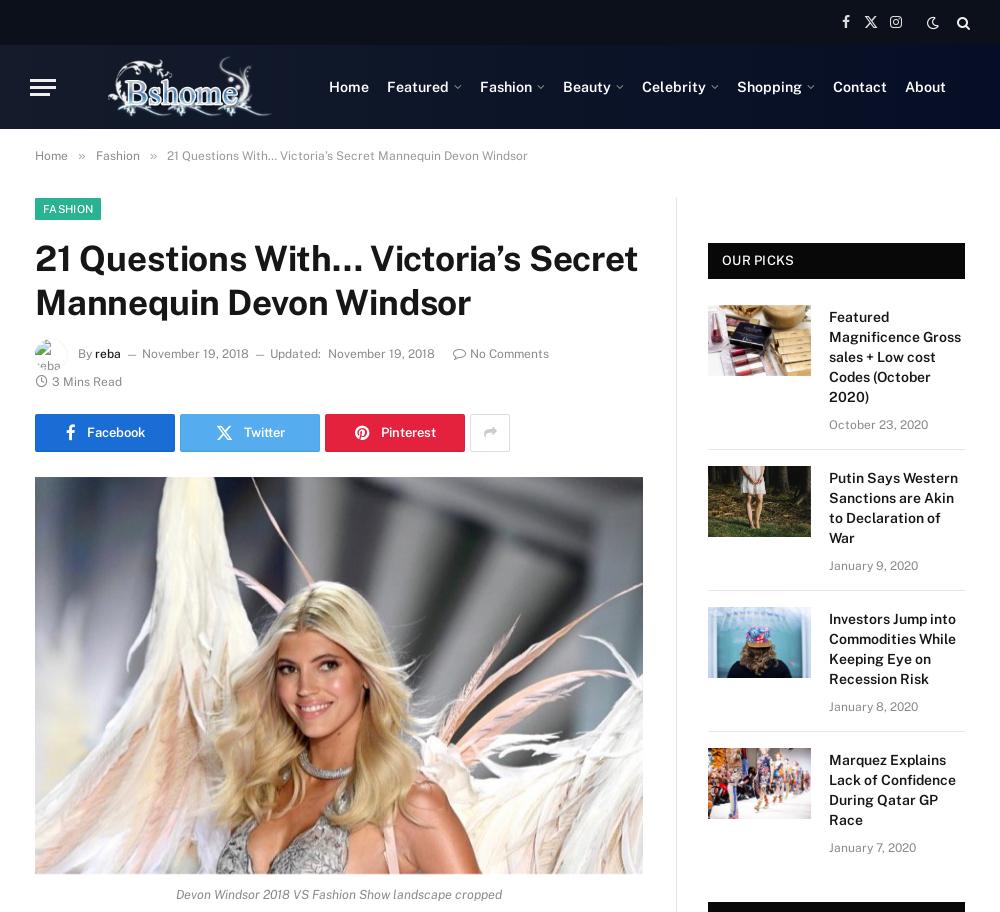 This screenshot has height=912, width=1000. I want to click on 'Putin Says Western Sanctions are Akin to Declaration of War', so click(827, 506).